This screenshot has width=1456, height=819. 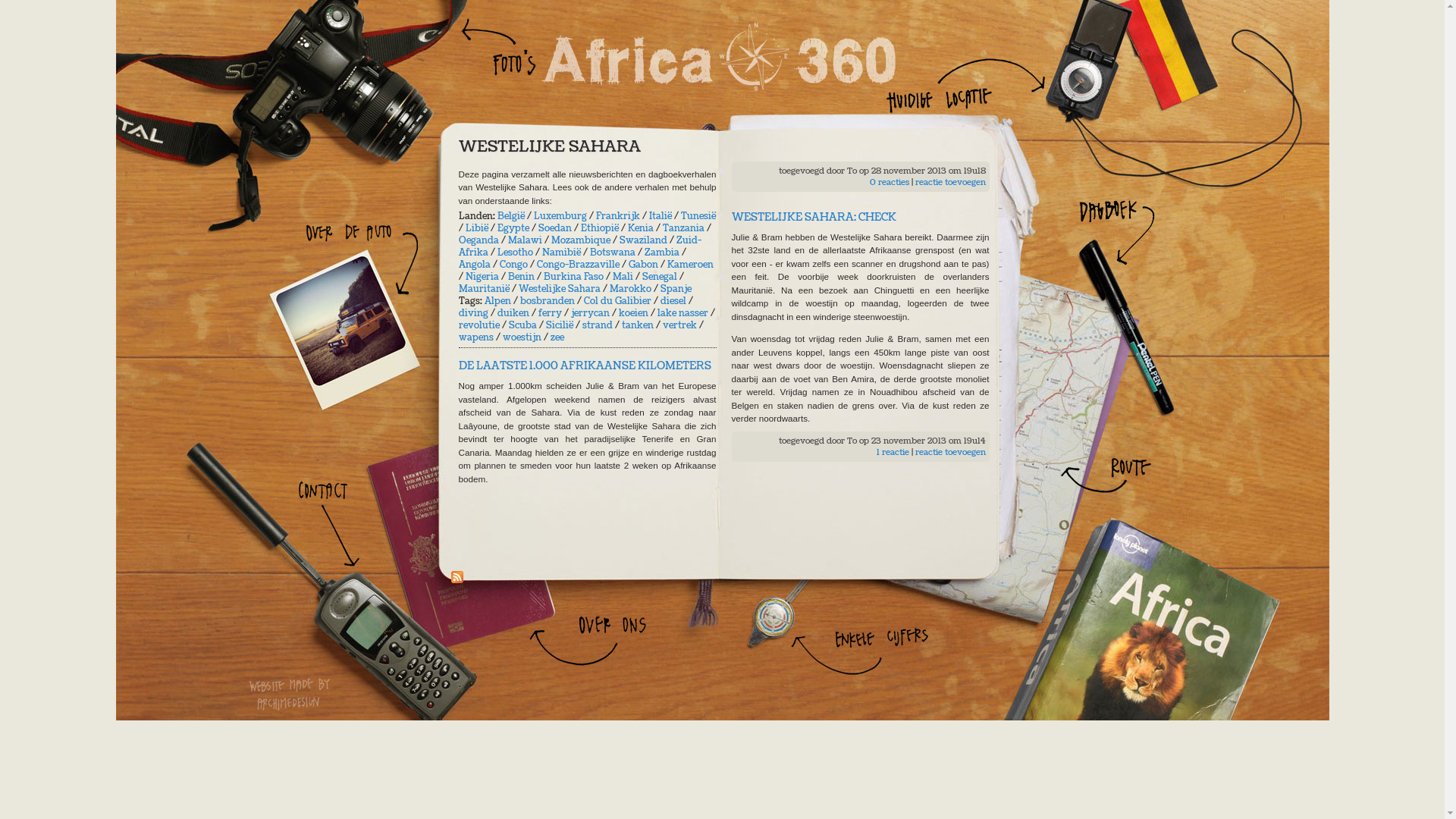 What do you see at coordinates (642, 239) in the screenshot?
I see `'Swaziland'` at bounding box center [642, 239].